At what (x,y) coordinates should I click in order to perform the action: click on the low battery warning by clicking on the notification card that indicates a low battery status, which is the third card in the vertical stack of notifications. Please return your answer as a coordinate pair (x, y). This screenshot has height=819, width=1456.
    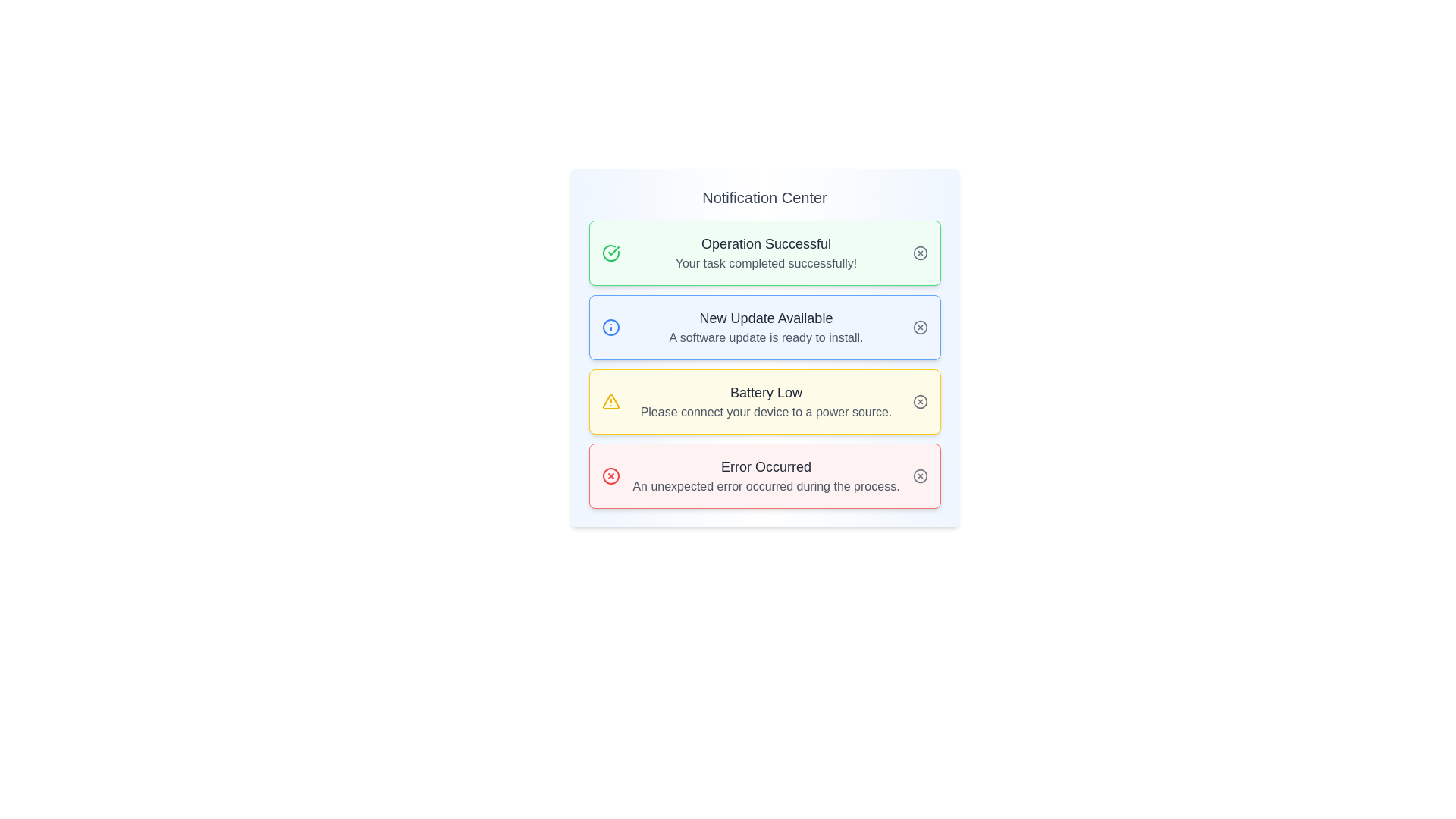
    Looking at the image, I should click on (766, 400).